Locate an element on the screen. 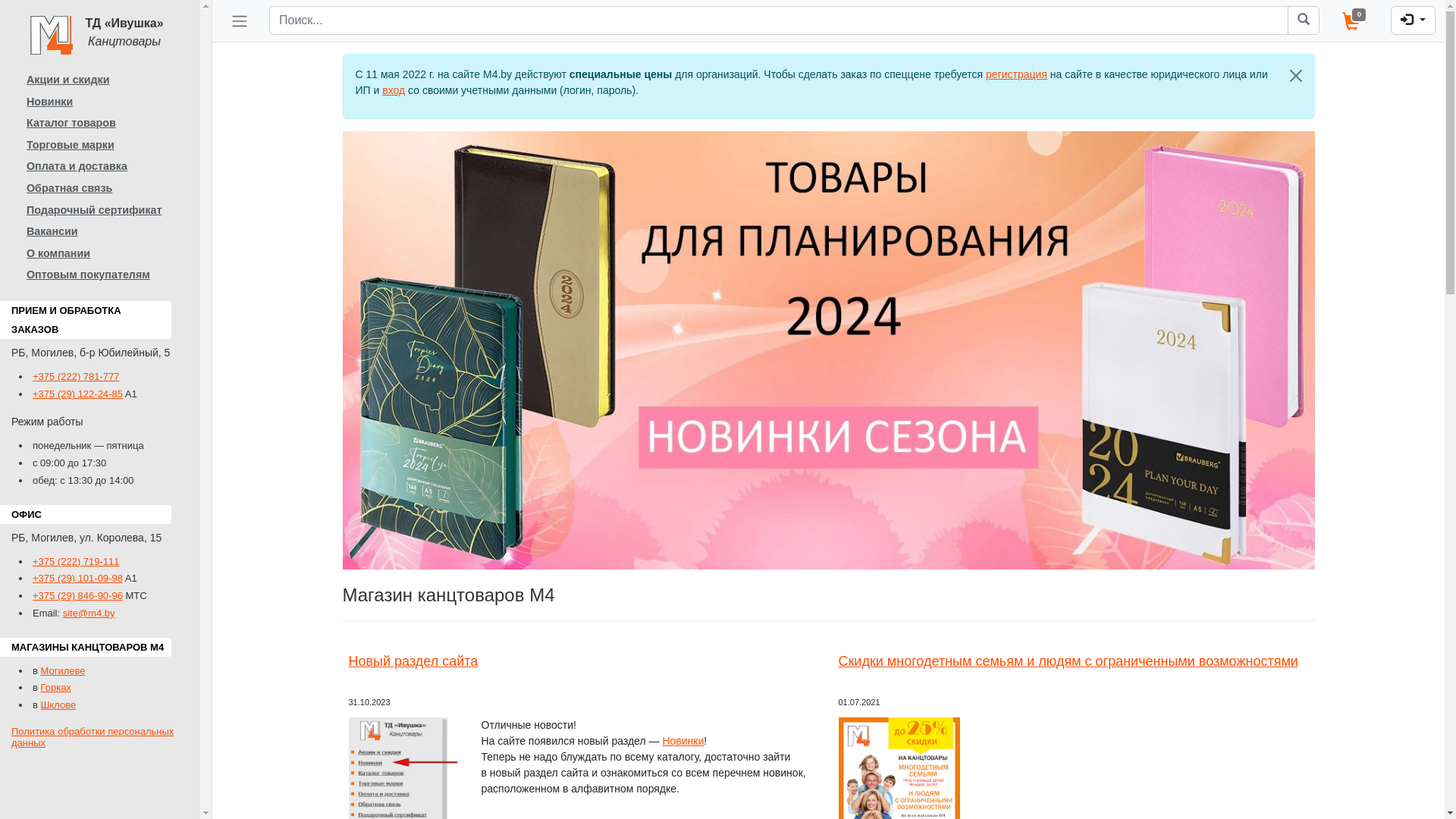 This screenshot has width=1456, height=819. '+375 (222) 781-777' is located at coordinates (33, 375).